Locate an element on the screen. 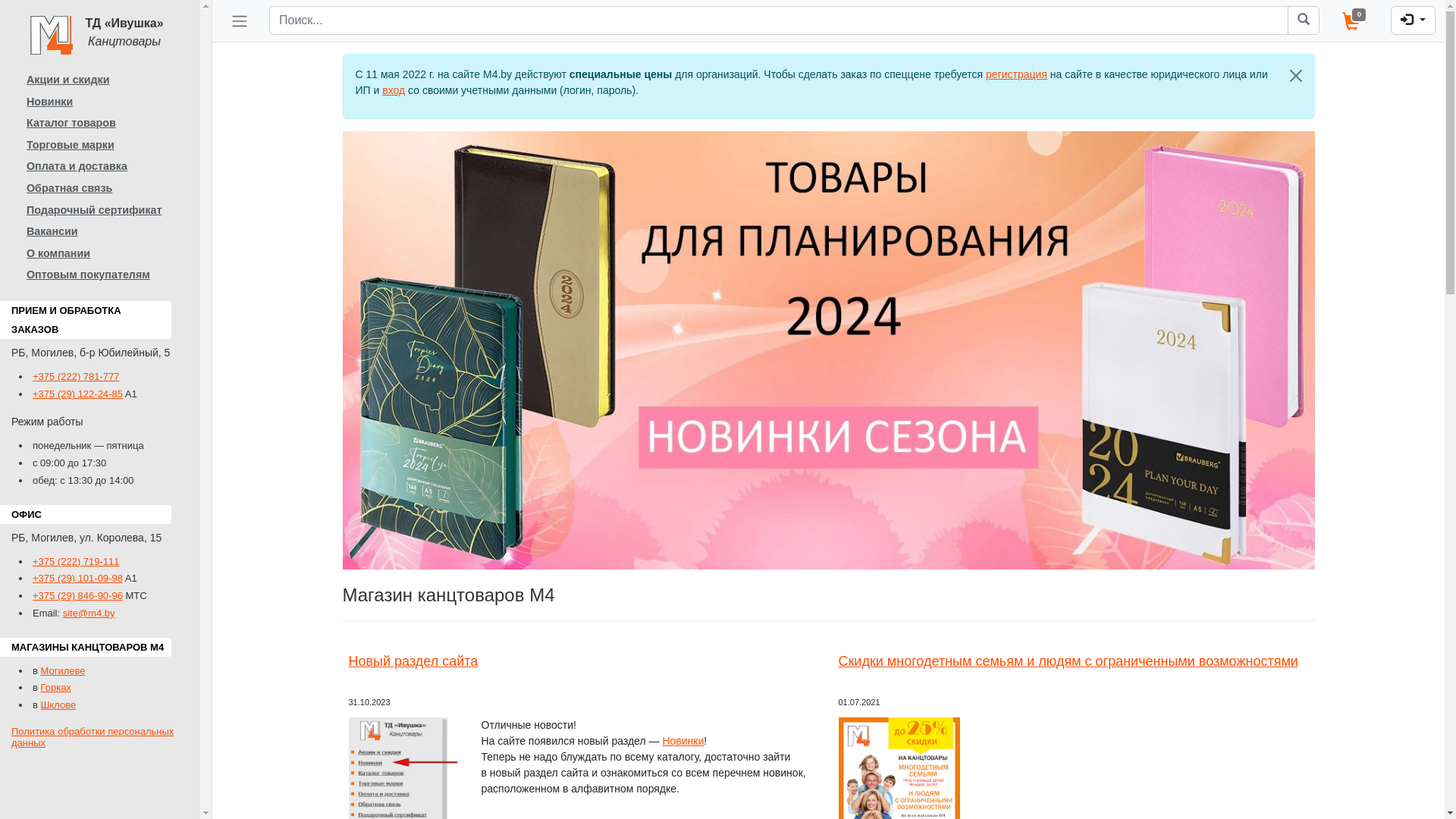 This screenshot has width=1456, height=819. '+375 (222) 781-777' is located at coordinates (33, 375).